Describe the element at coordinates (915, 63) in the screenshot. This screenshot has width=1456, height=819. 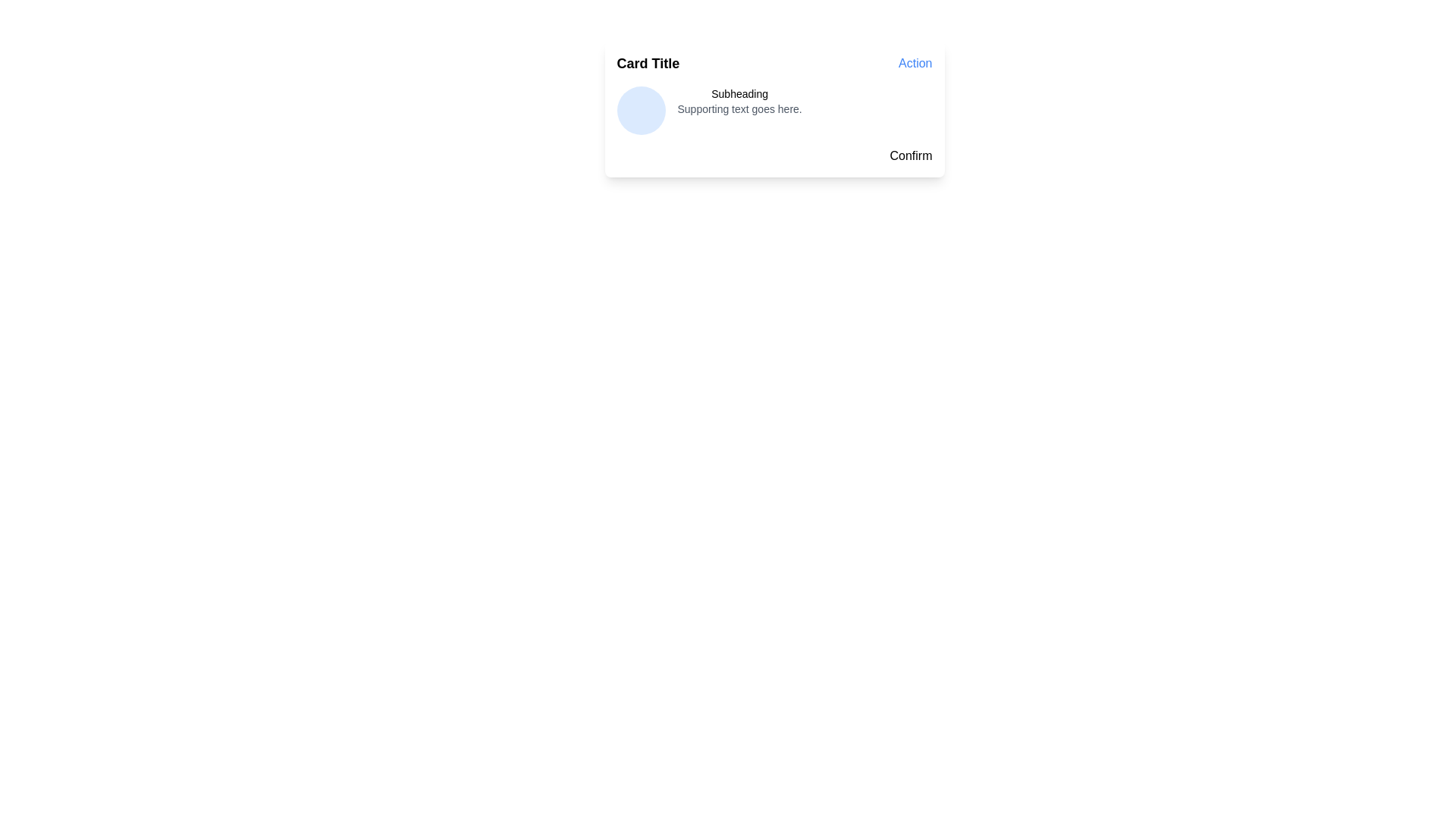
I see `the blue-colored text label 'Action' located in the top-right section of the card component` at that location.